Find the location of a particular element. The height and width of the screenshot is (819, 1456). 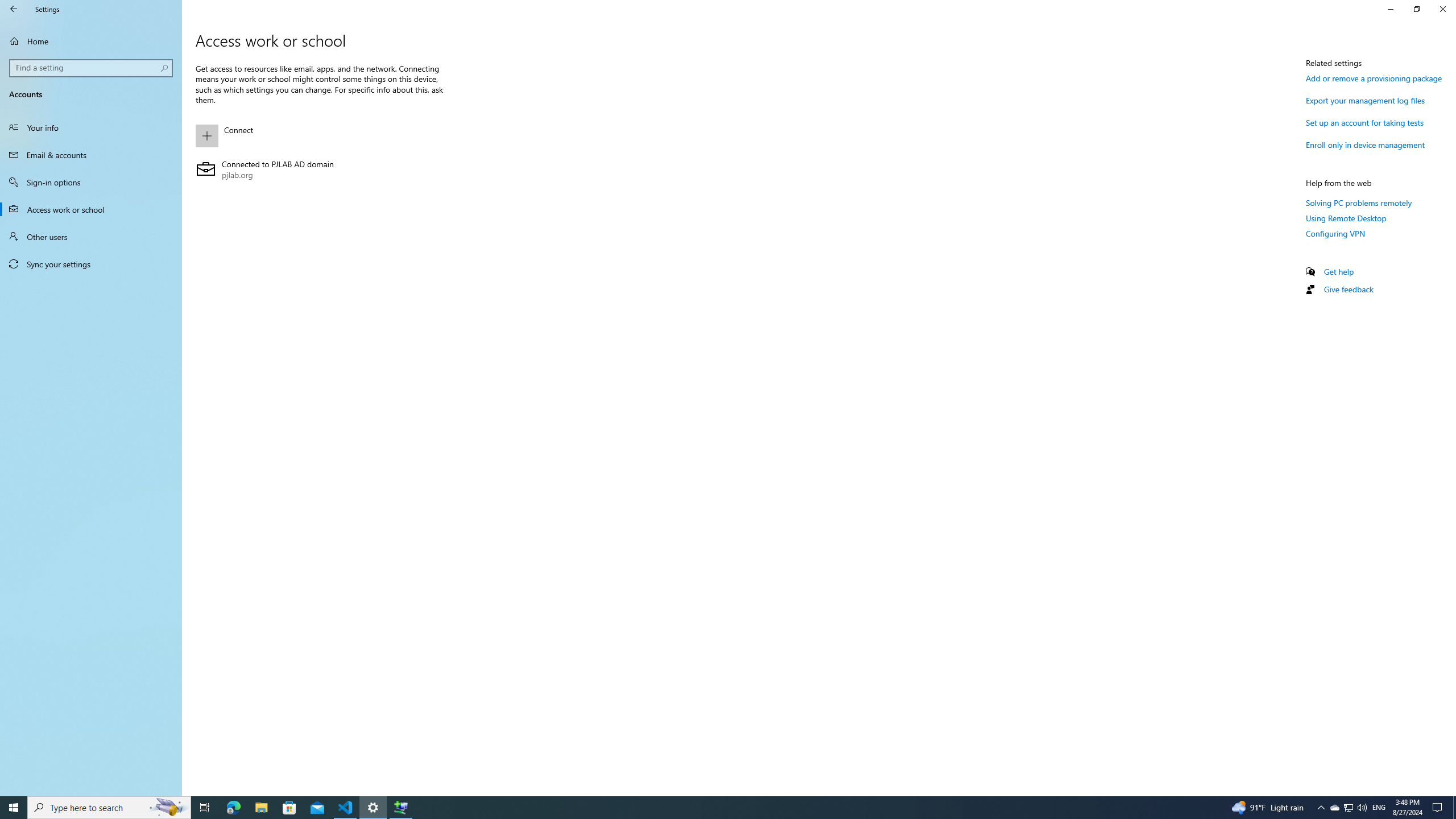

'Export your management log files' is located at coordinates (1366, 100).